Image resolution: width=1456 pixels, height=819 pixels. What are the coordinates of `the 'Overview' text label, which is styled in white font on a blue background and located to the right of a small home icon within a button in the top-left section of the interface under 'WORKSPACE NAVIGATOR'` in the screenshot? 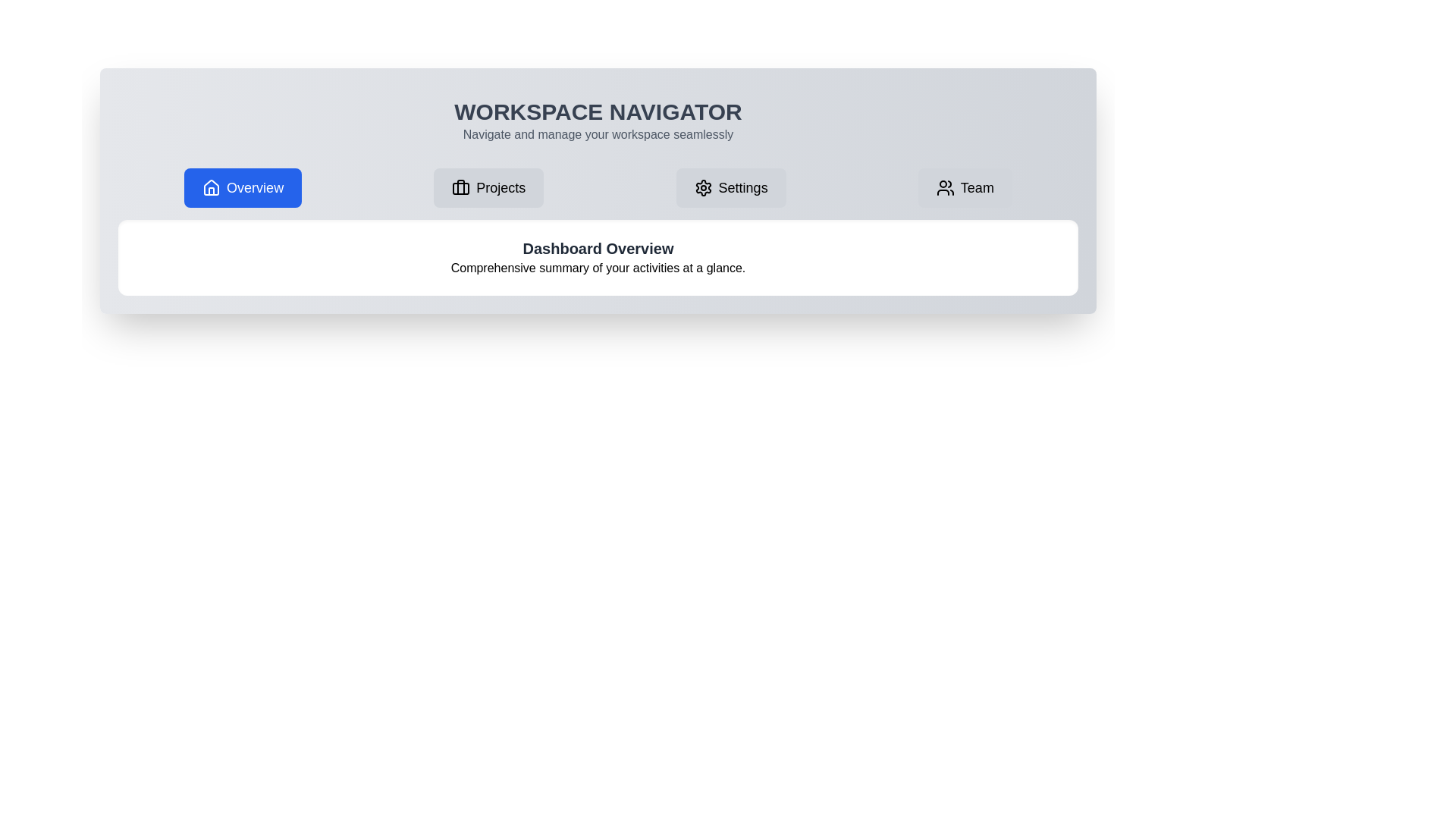 It's located at (255, 187).